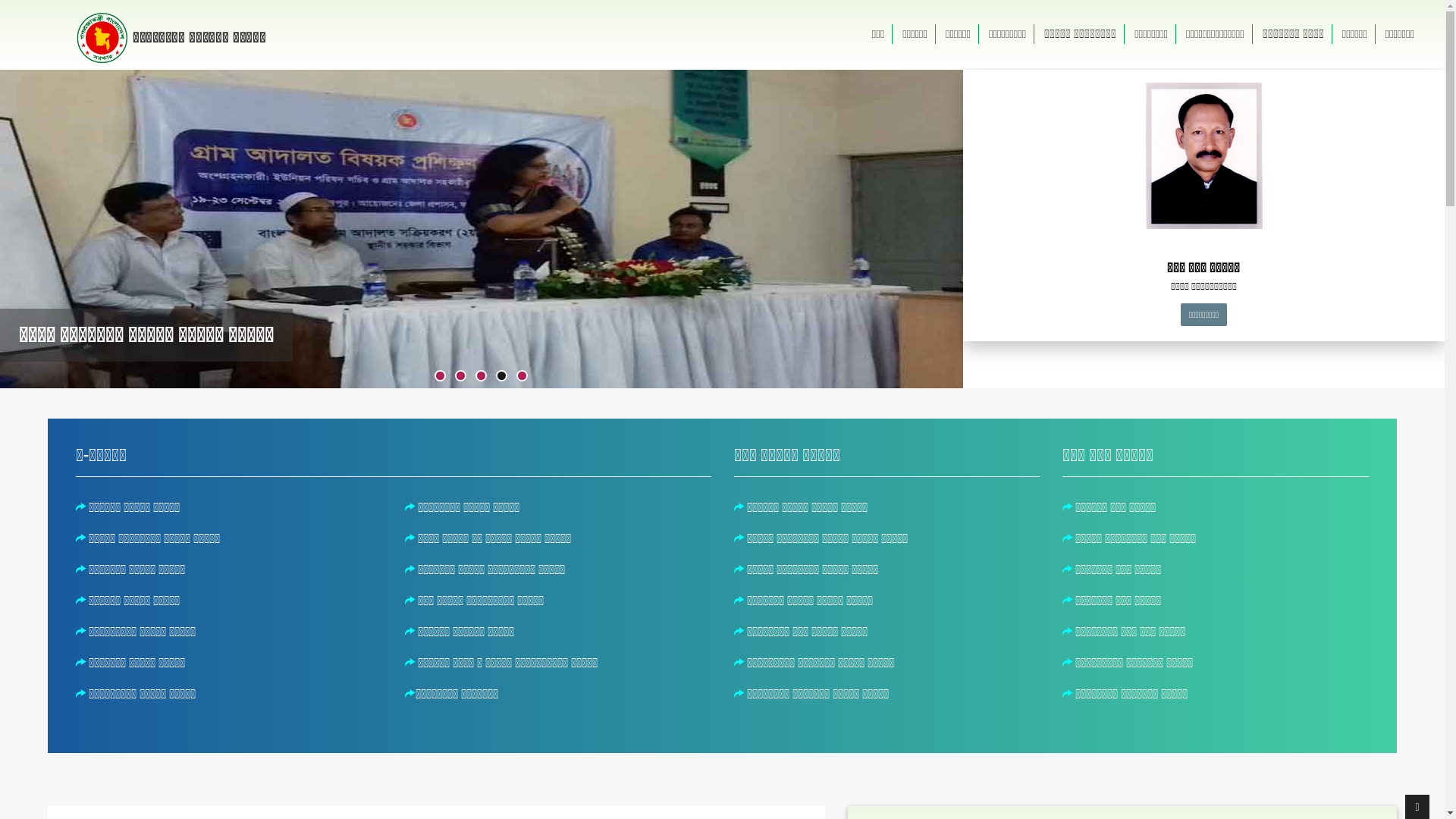 Image resolution: width=1456 pixels, height=819 pixels. I want to click on '3', so click(475, 375).